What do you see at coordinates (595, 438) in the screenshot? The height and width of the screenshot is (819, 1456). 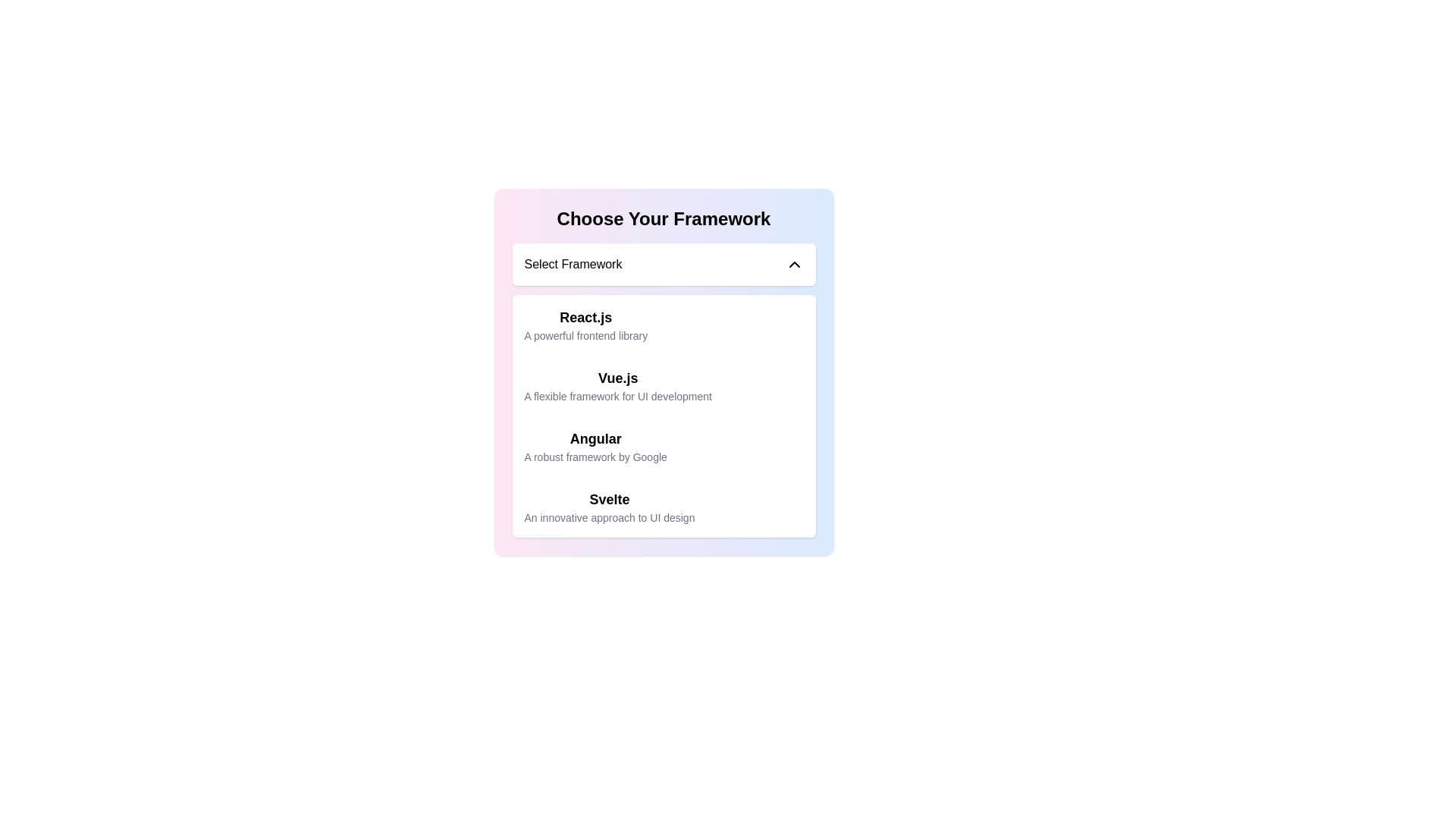 I see `the text label element displaying 'Angular', which is centrally located and visually distinct due to its bold and larger font size` at bounding box center [595, 438].